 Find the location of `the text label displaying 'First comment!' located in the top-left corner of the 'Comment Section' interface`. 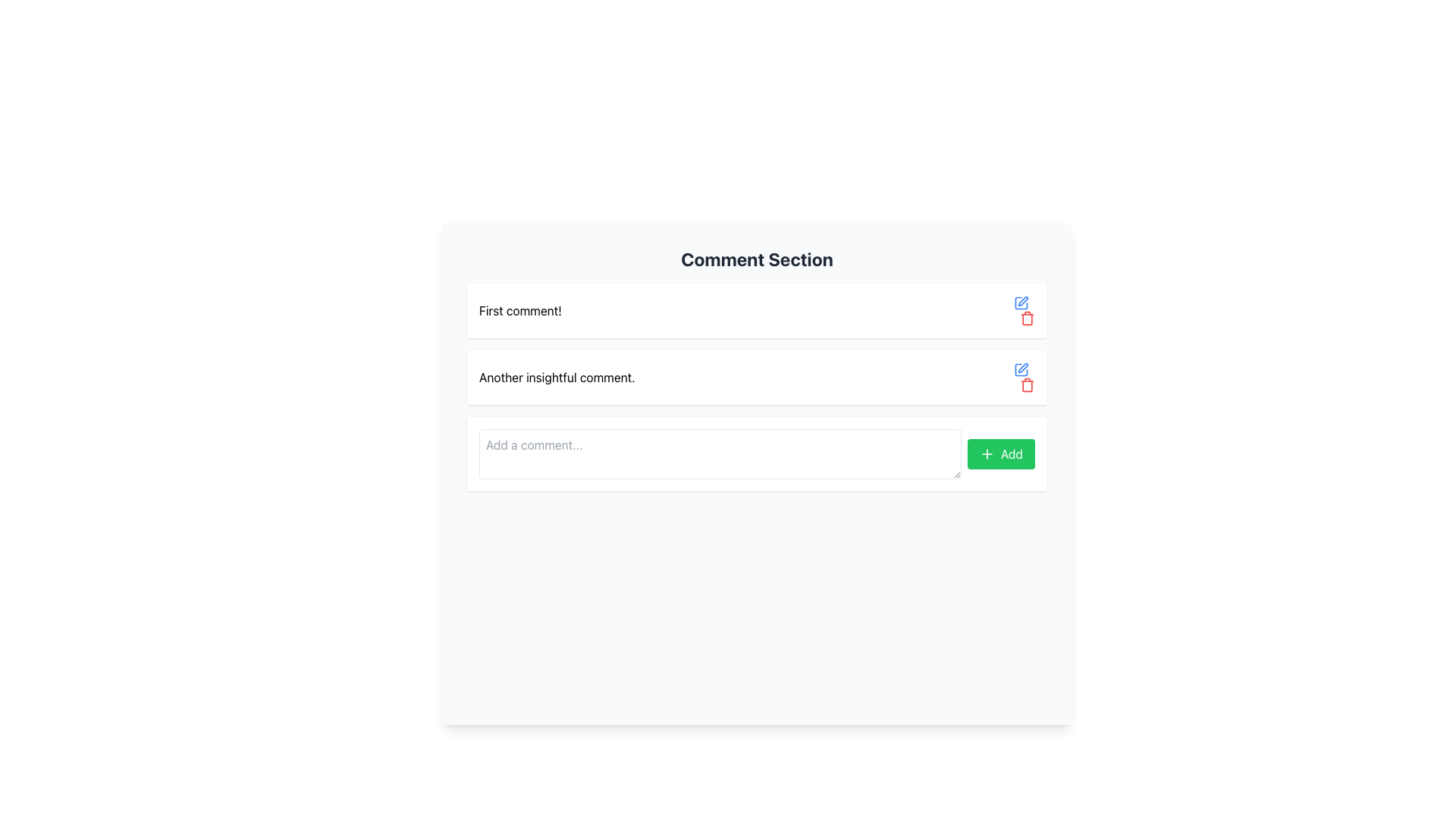

the text label displaying 'First comment!' located in the top-left corner of the 'Comment Section' interface is located at coordinates (520, 309).